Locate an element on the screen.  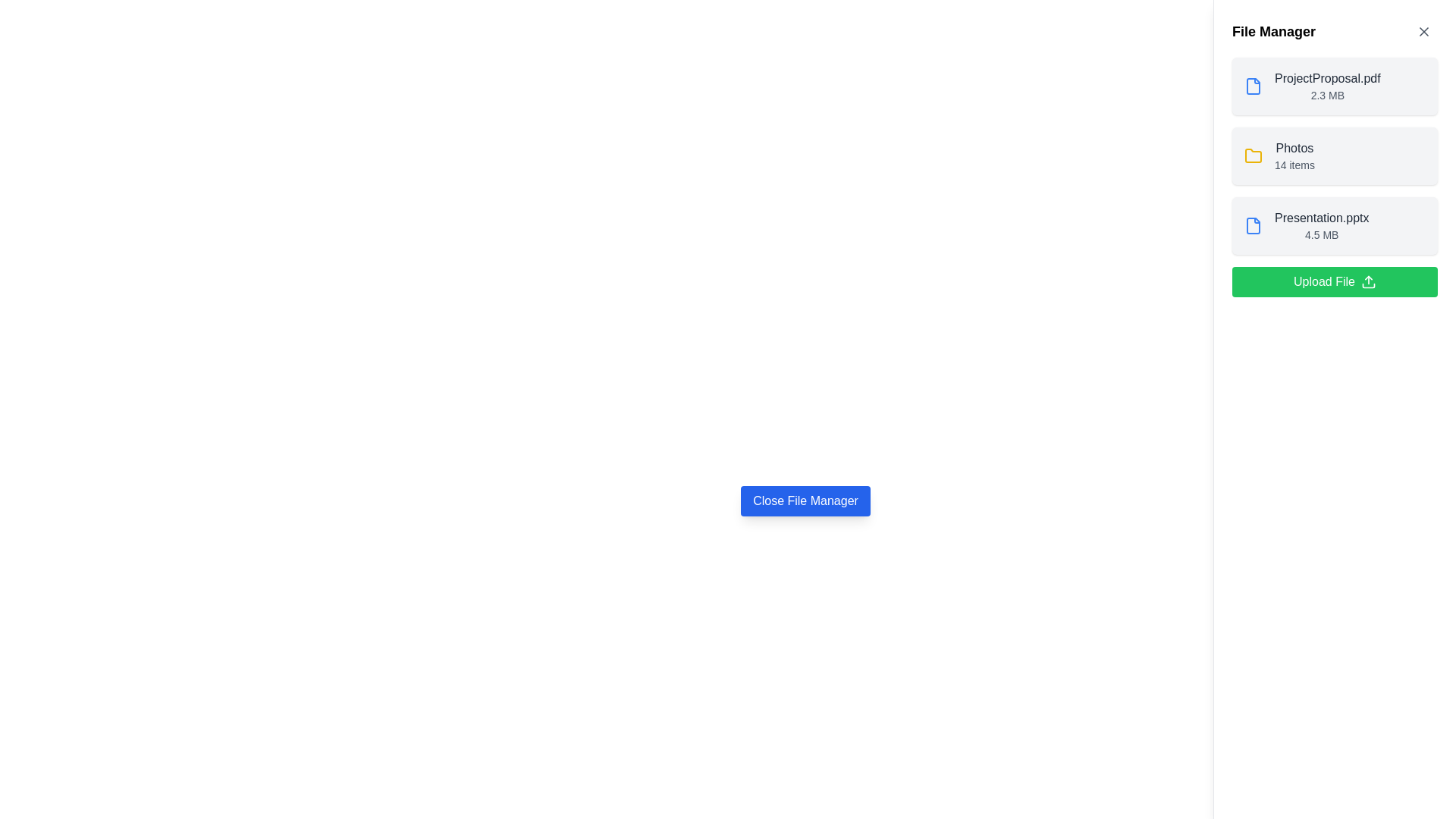
the text label reading '14 items', which is styled in gray and located below the 'Photos' label in the 'File Manager' section is located at coordinates (1294, 165).